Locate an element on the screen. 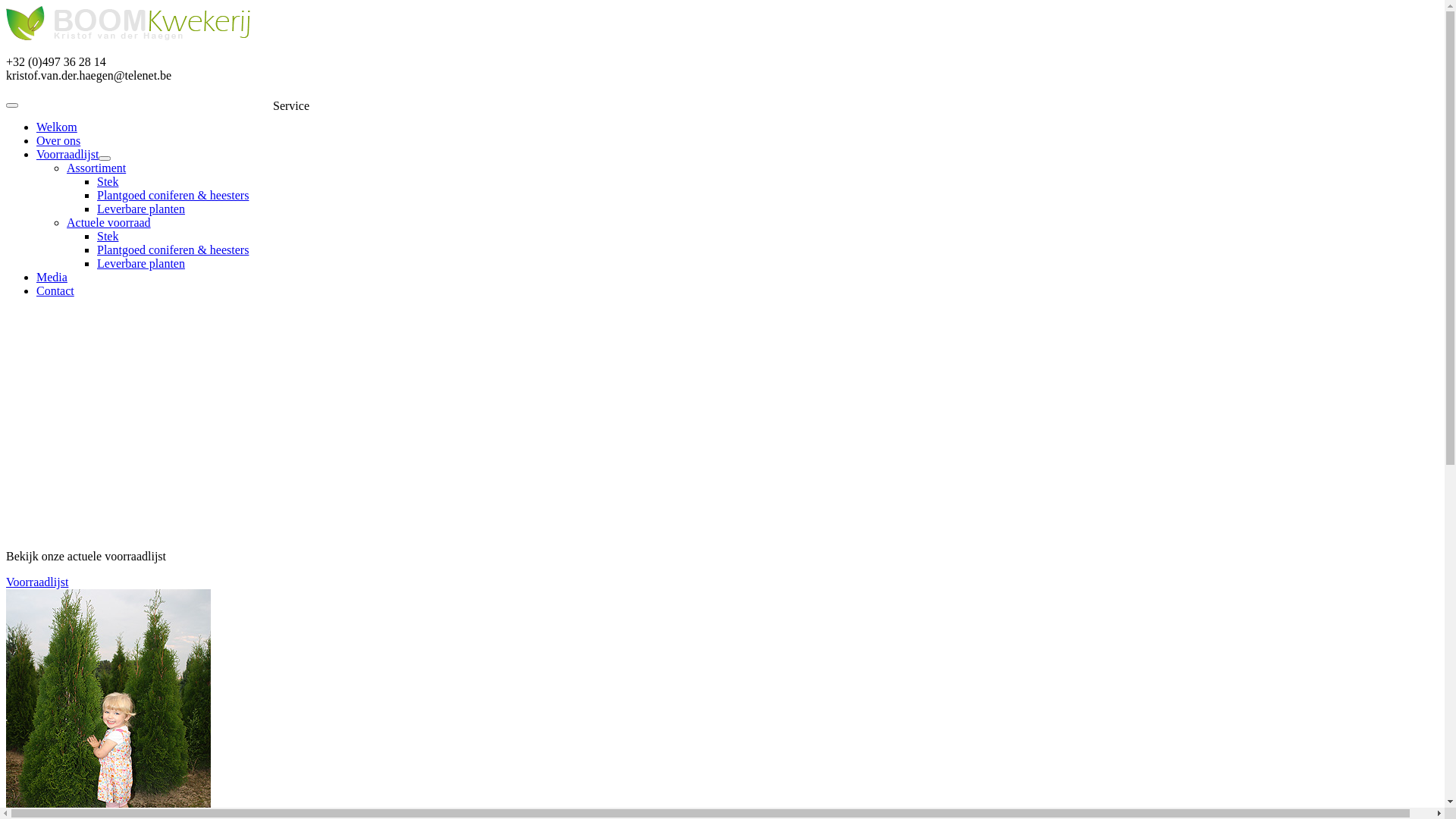 This screenshot has height=819, width=1456. 'Over ons' is located at coordinates (36, 140).